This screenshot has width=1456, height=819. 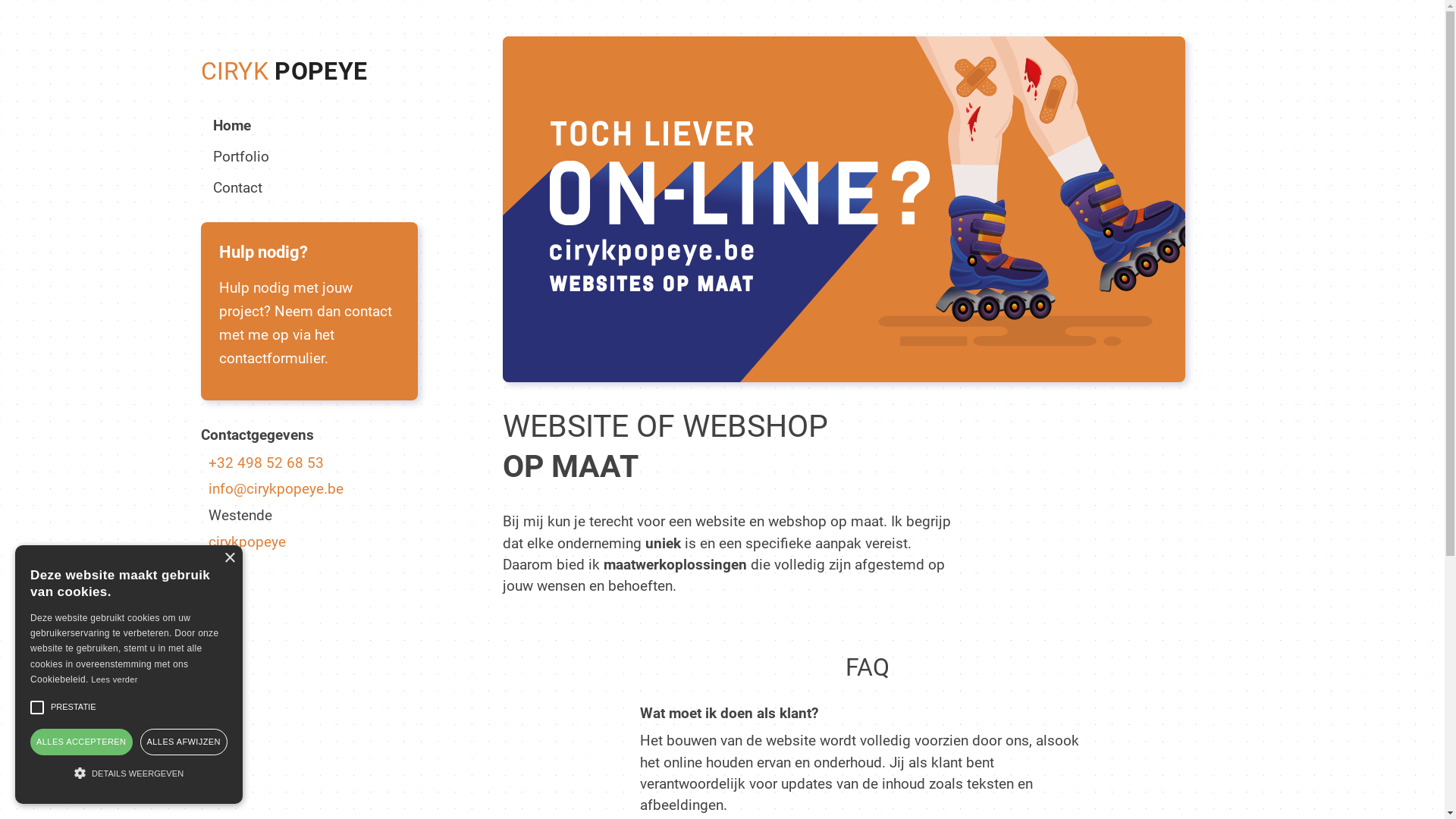 I want to click on 'Home', so click(x=231, y=124).